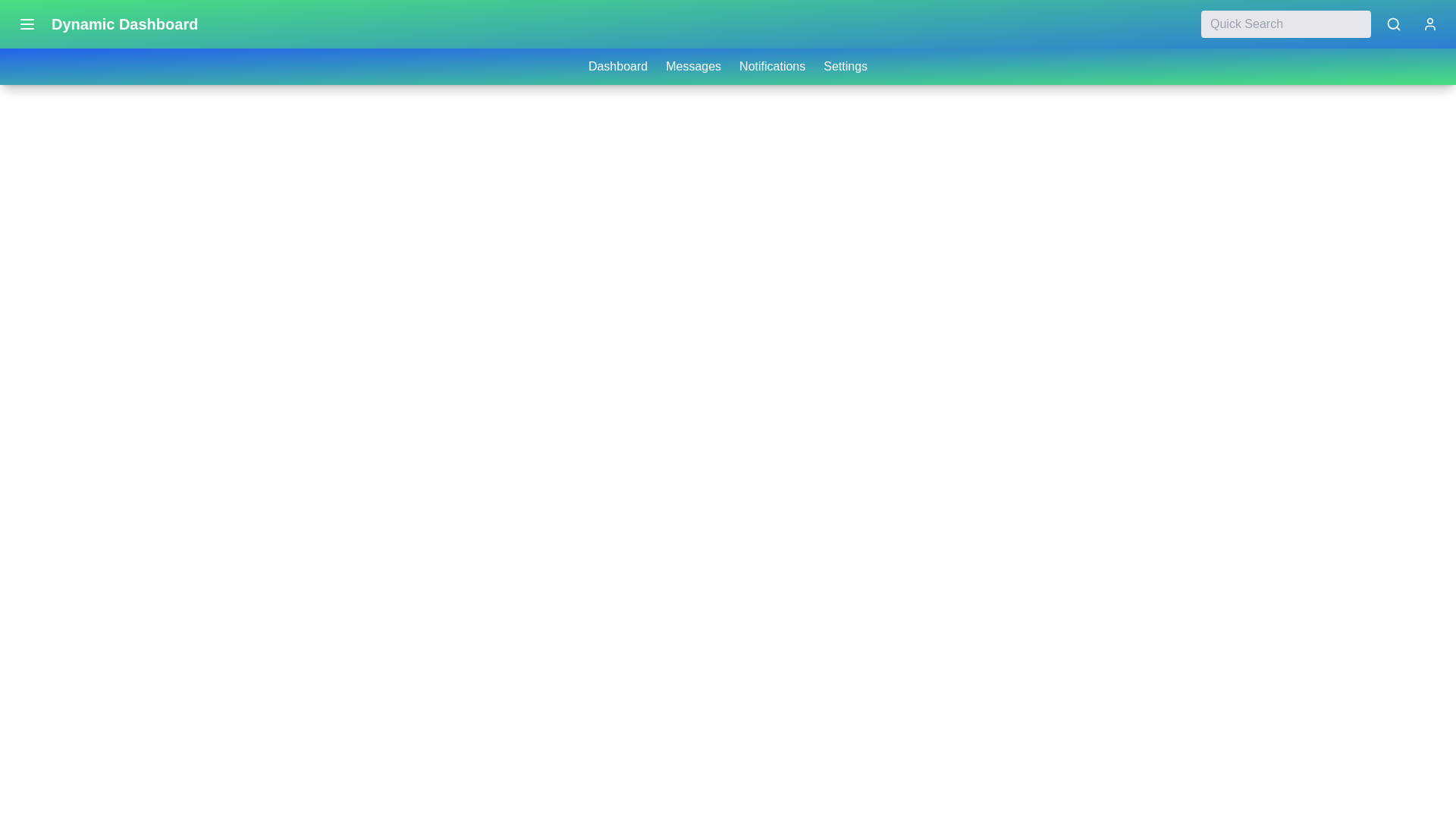 The image size is (1456, 819). What do you see at coordinates (124, 24) in the screenshot?
I see `the static text label displaying 'Dynamic Dashboard' which is styled in bold white font and aligned to the left on a gradient background in the top navigation bar` at bounding box center [124, 24].